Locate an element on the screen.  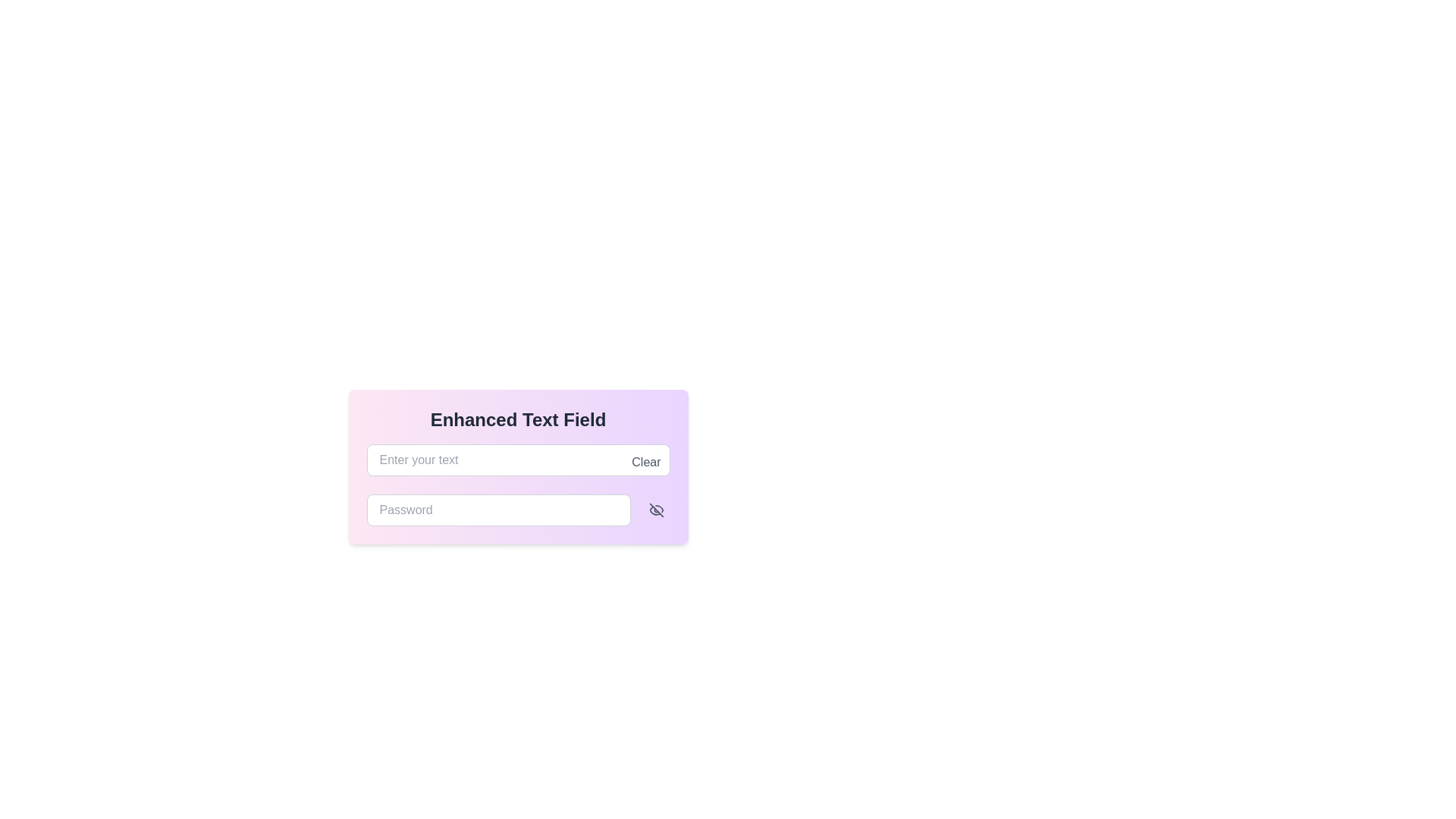
the bottom-left curved line of the 'eye off' icon, which indicates a 'hidden' or 'hidden password' state is located at coordinates (654, 510).